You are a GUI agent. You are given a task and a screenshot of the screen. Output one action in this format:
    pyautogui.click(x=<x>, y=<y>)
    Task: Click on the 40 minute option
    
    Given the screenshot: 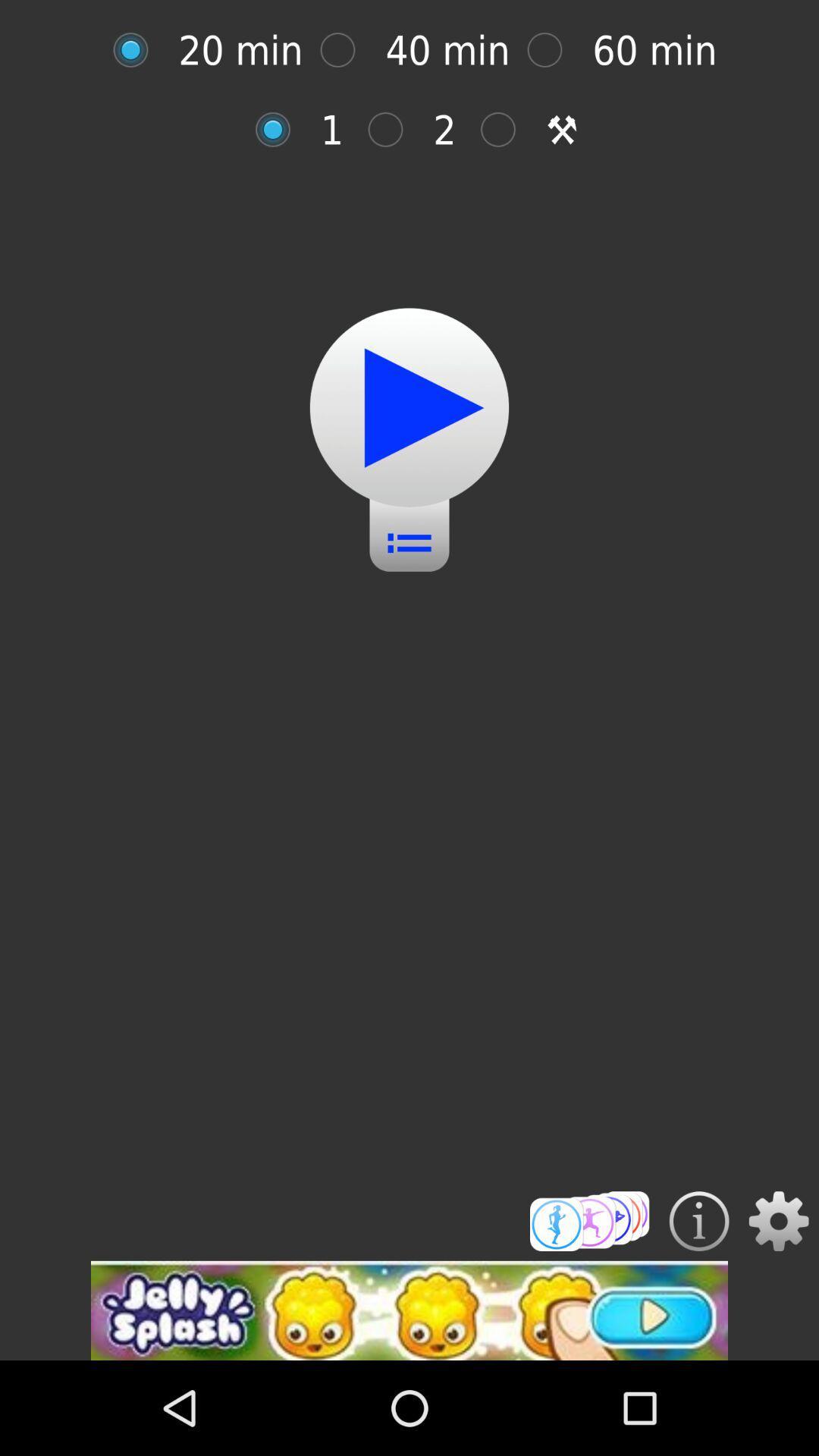 What is the action you would take?
    pyautogui.click(x=345, y=50)
    